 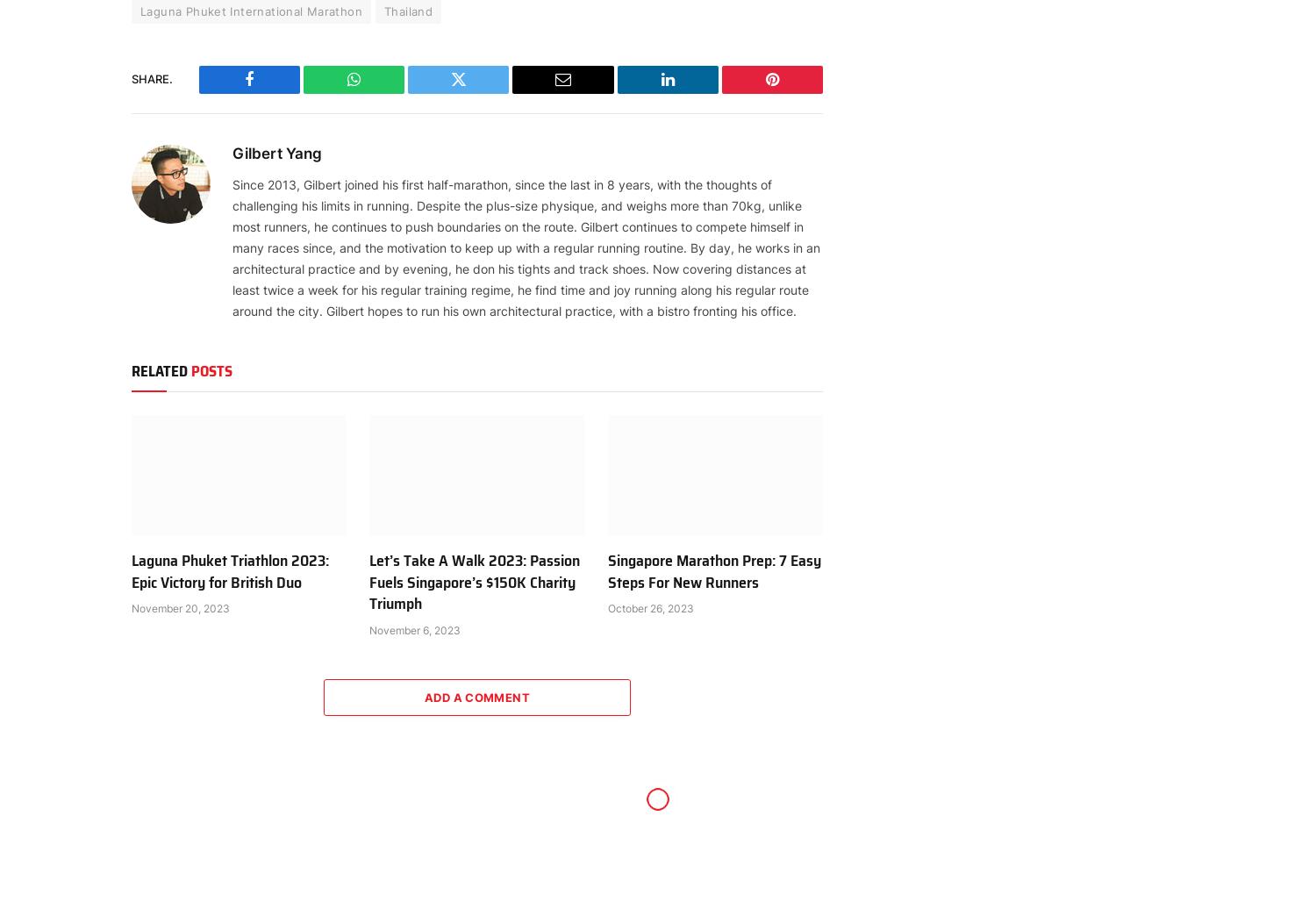 I want to click on 'November 20, 2023', so click(x=179, y=607).